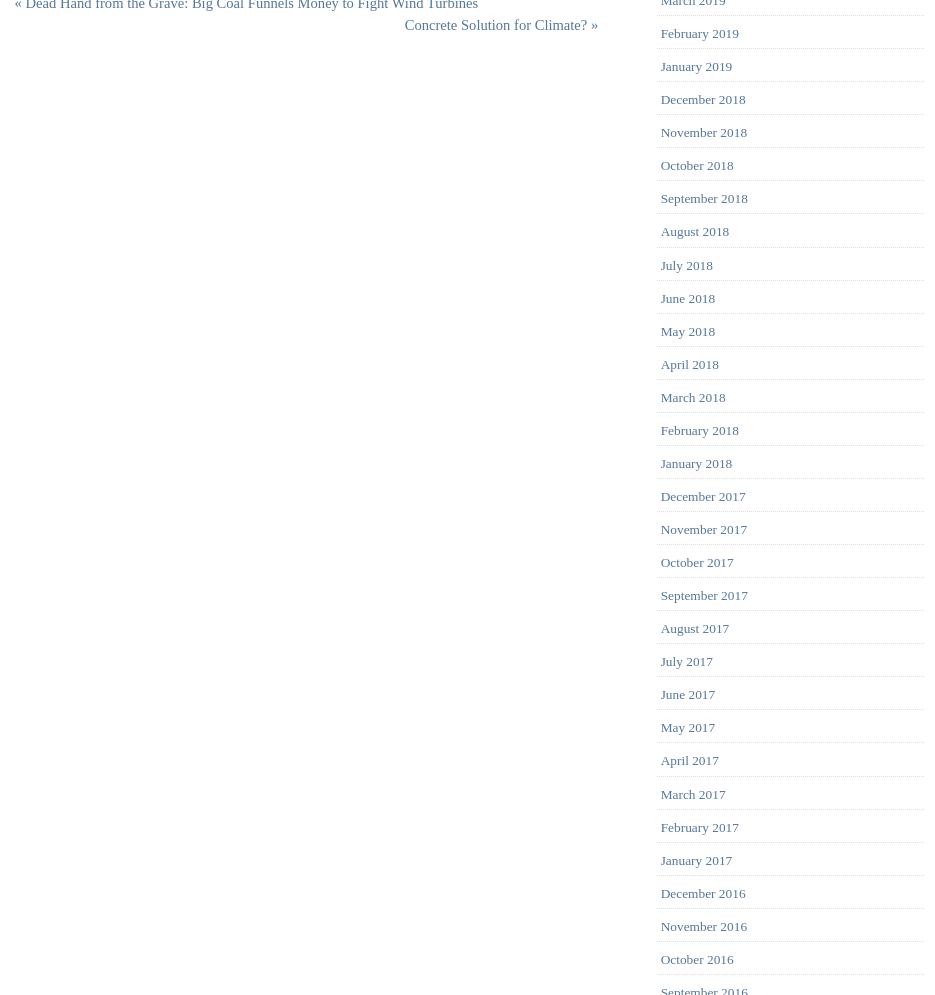 The width and height of the screenshot is (935, 995). Describe the element at coordinates (702, 528) in the screenshot. I see `'November 2017'` at that location.